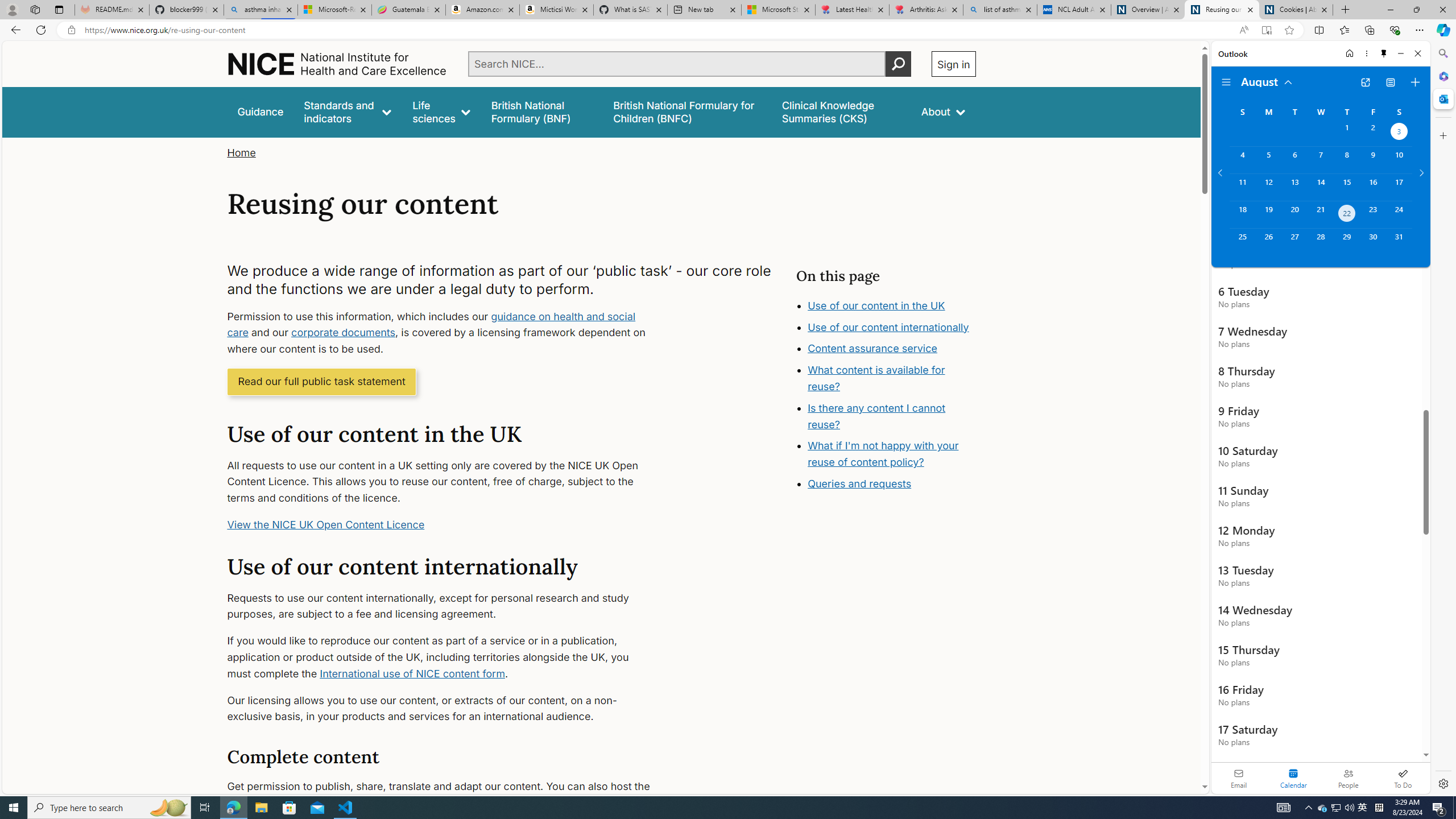  What do you see at coordinates (1414, 82) in the screenshot?
I see `'Create event'` at bounding box center [1414, 82].